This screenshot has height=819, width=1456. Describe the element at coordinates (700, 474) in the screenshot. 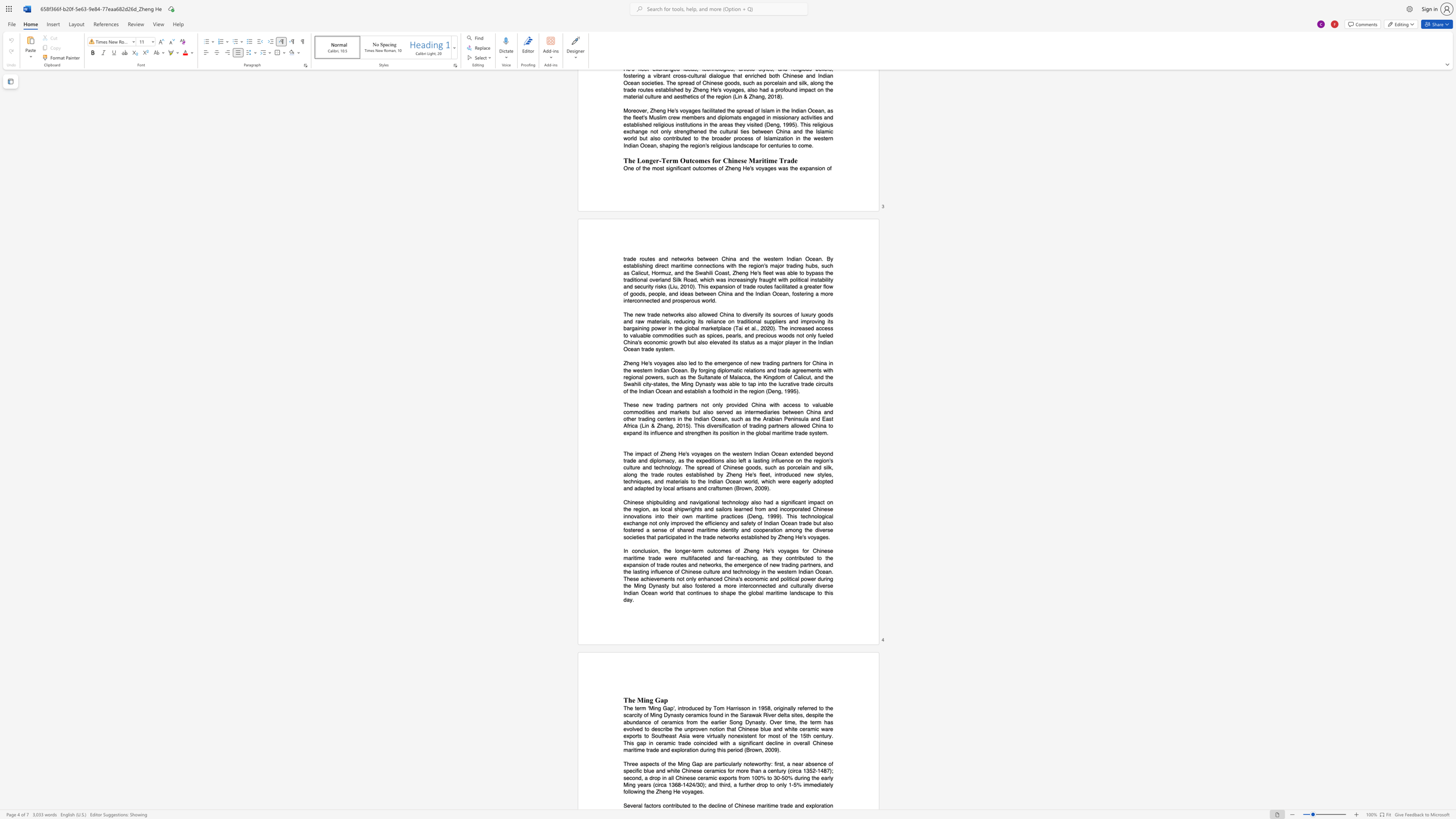

I see `the space between the continuous character "l" and "i" in the text` at that location.